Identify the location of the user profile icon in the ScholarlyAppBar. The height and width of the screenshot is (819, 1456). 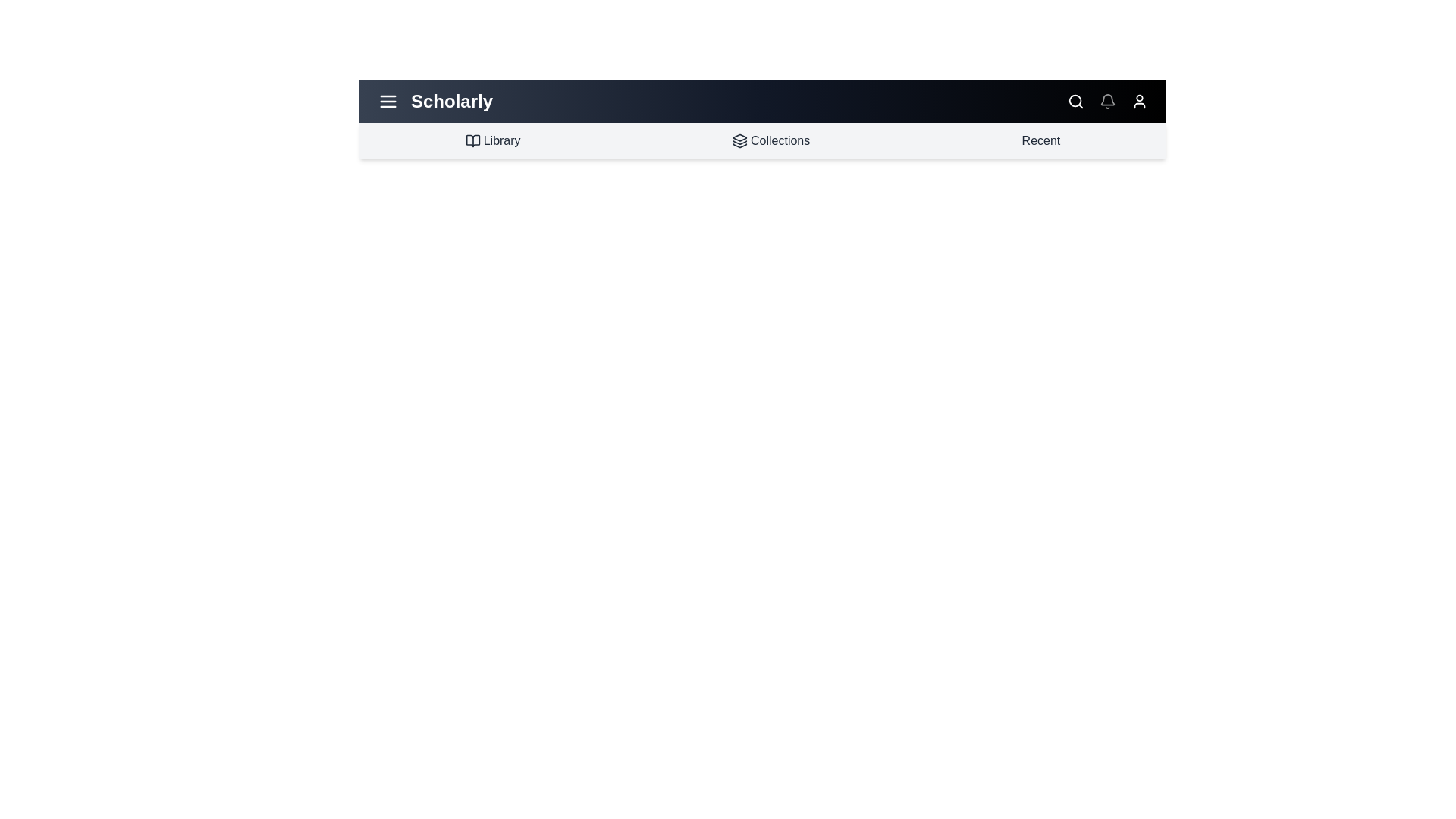
(1139, 102).